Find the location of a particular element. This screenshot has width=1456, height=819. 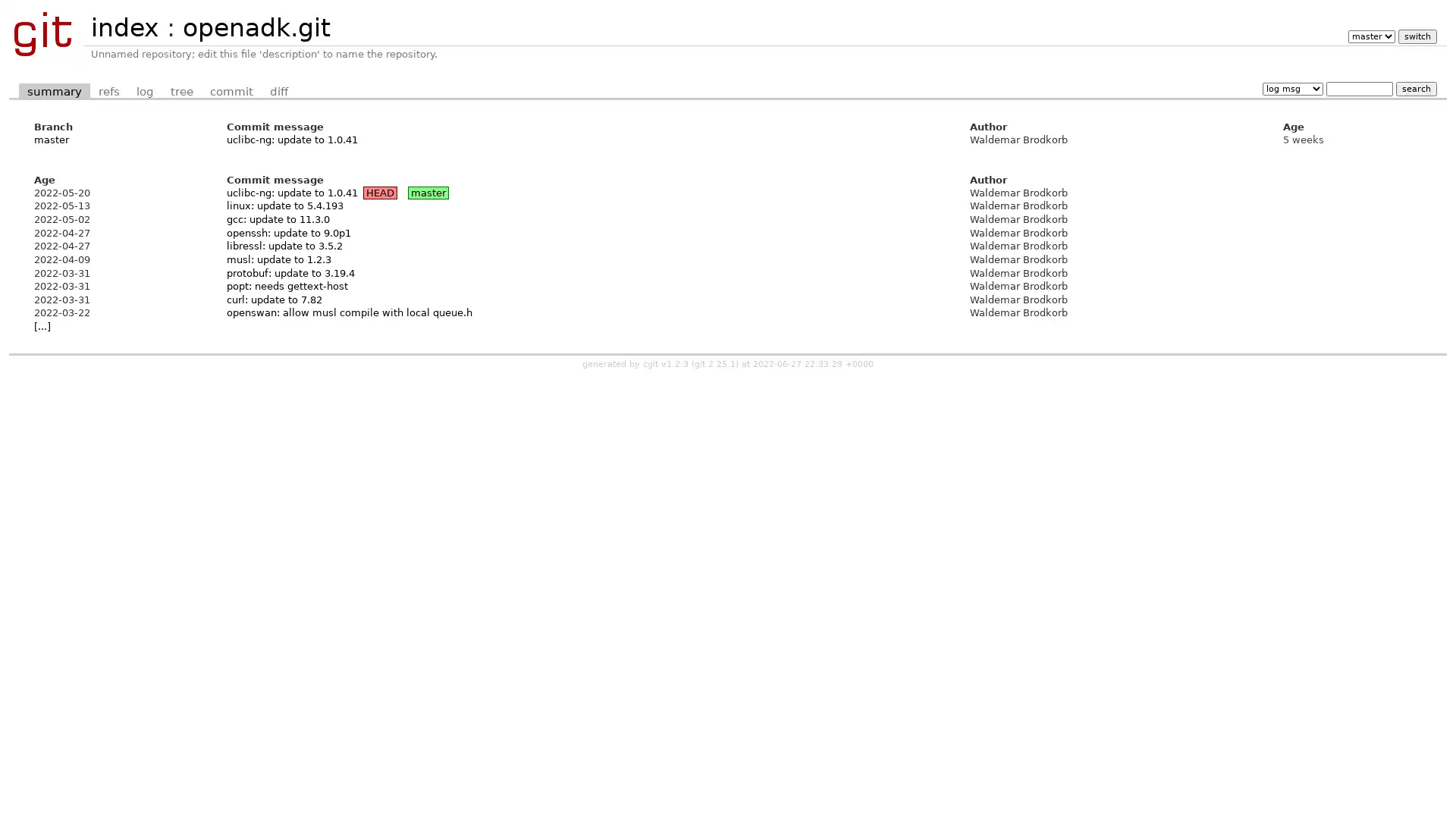

switch is located at coordinates (1416, 36).